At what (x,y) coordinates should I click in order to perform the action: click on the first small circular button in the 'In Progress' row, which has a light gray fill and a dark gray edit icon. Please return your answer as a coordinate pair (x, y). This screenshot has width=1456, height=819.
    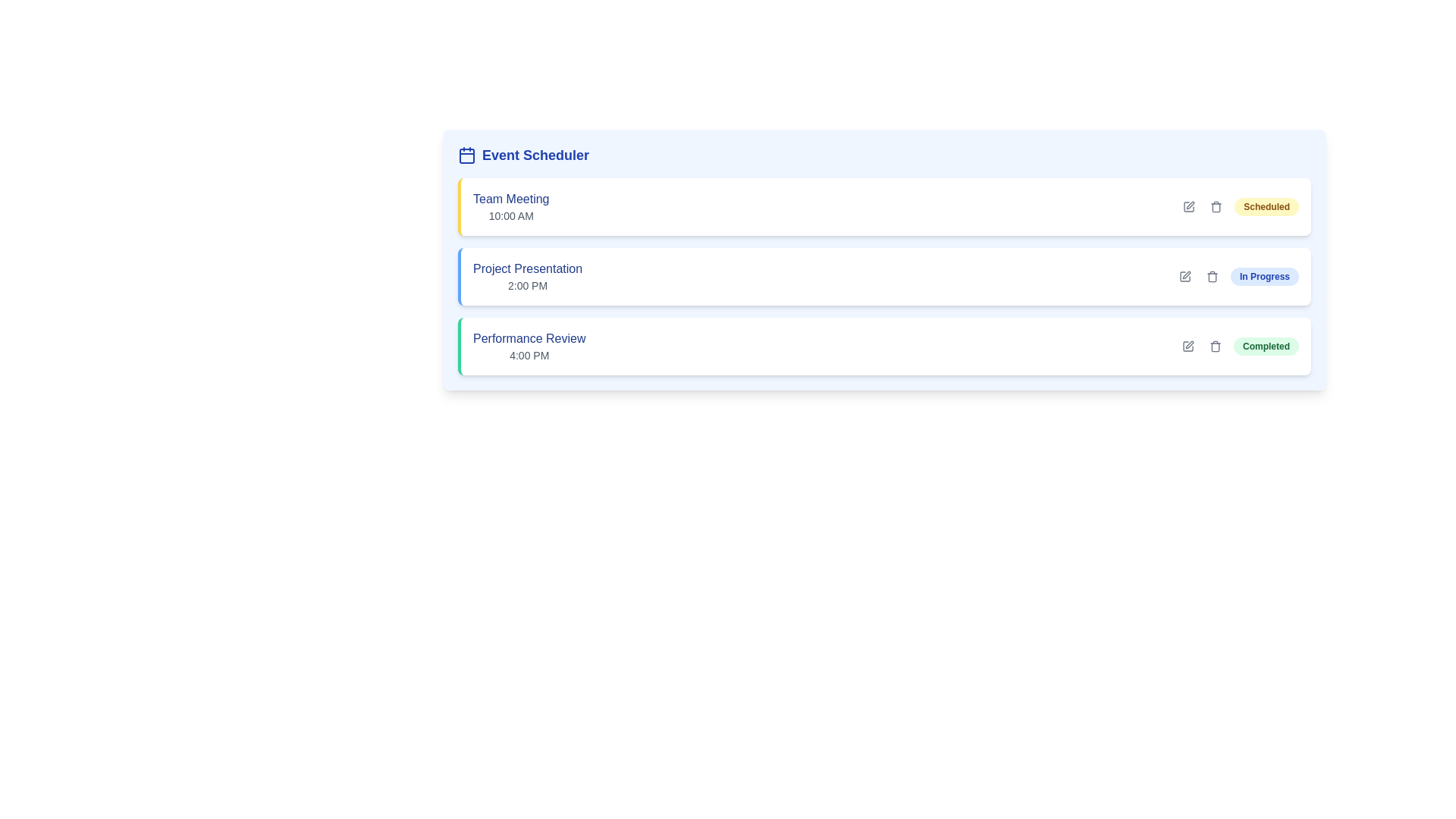
    Looking at the image, I should click on (1184, 277).